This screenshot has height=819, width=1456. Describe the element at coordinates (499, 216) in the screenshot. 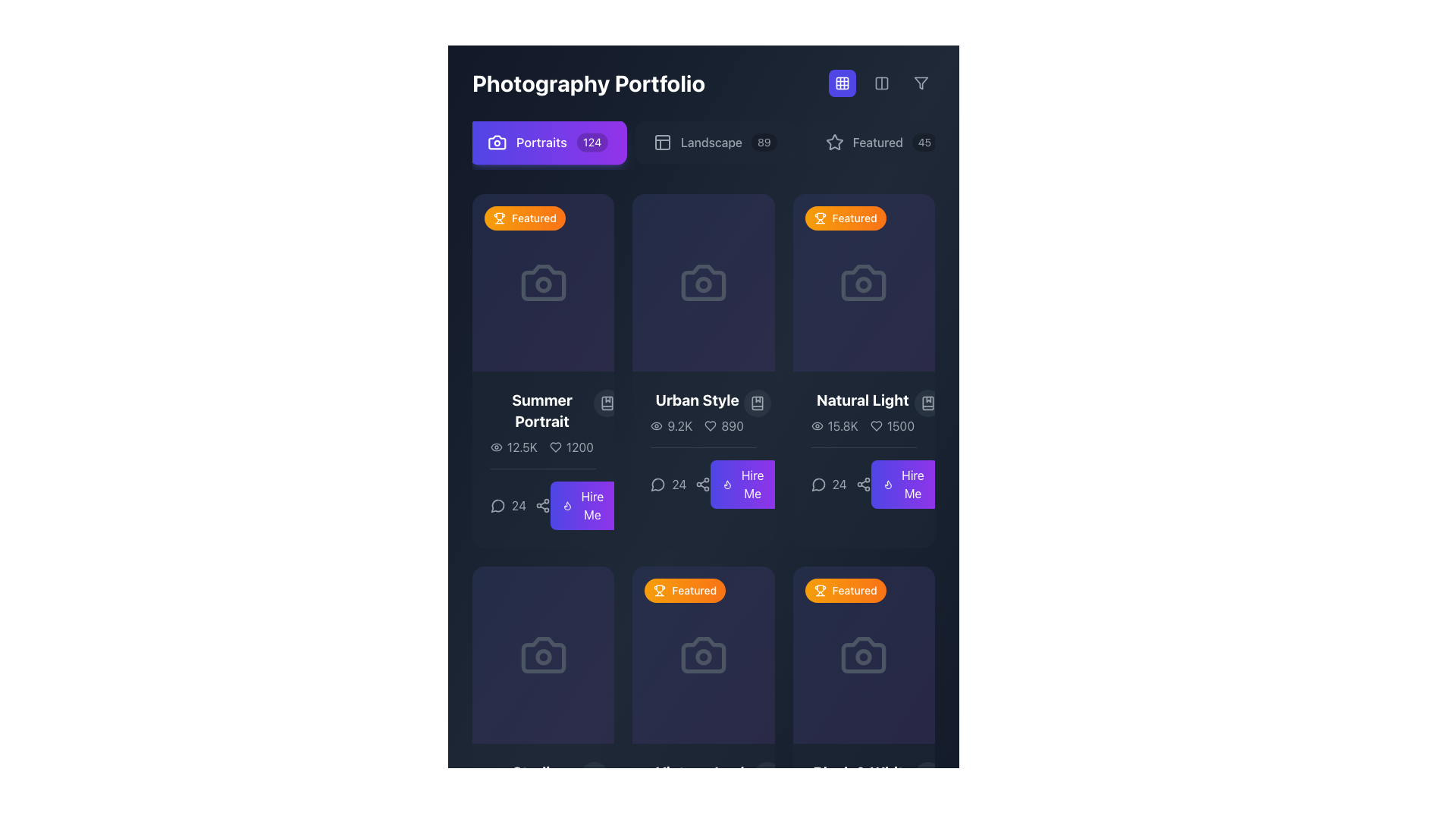

I see `the trophy vector graphic icon that visually emphasizes the 'Featured' label in the top-left corner of the first content card` at that location.